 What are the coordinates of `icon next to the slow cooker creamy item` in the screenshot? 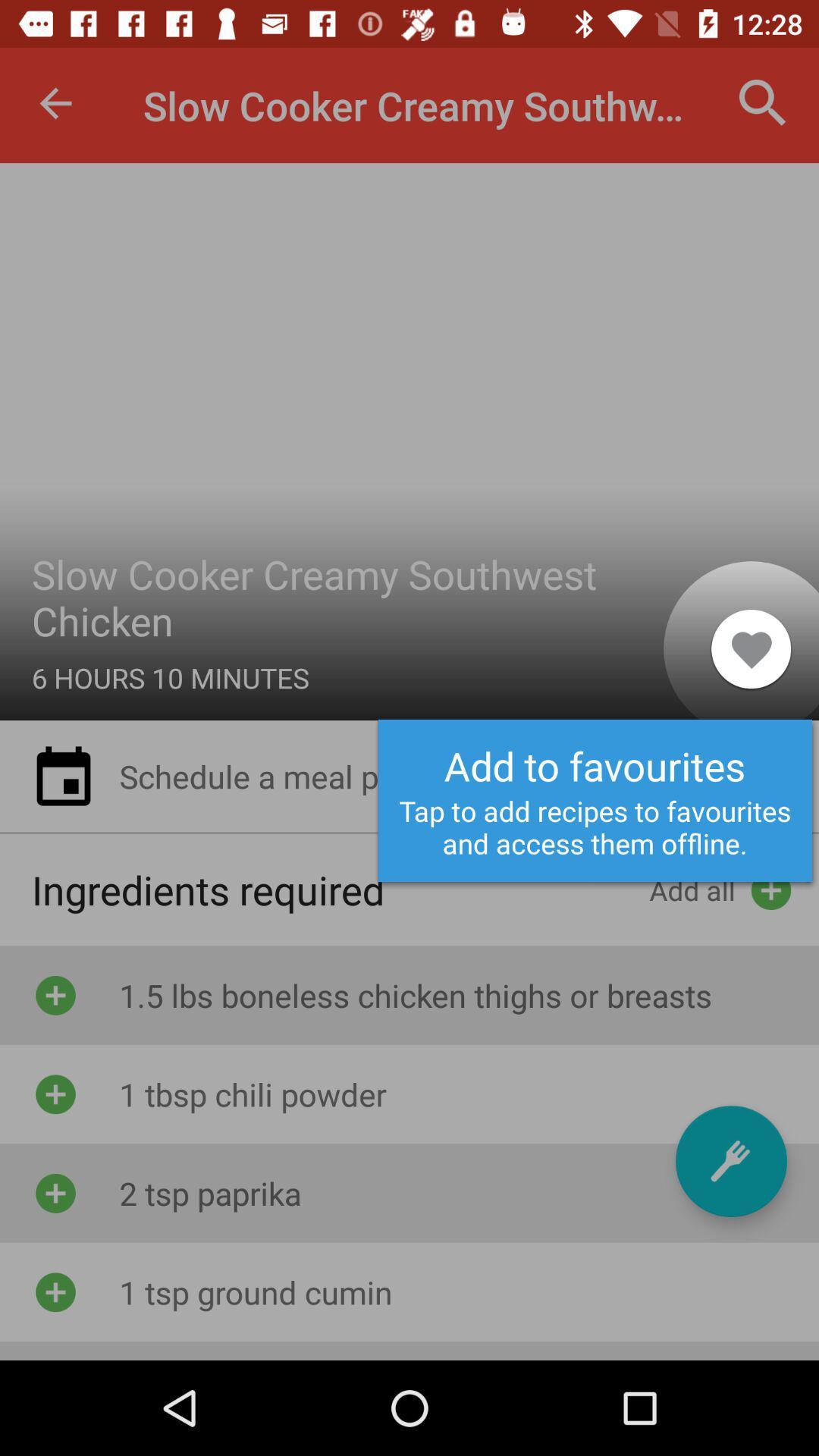 It's located at (751, 648).